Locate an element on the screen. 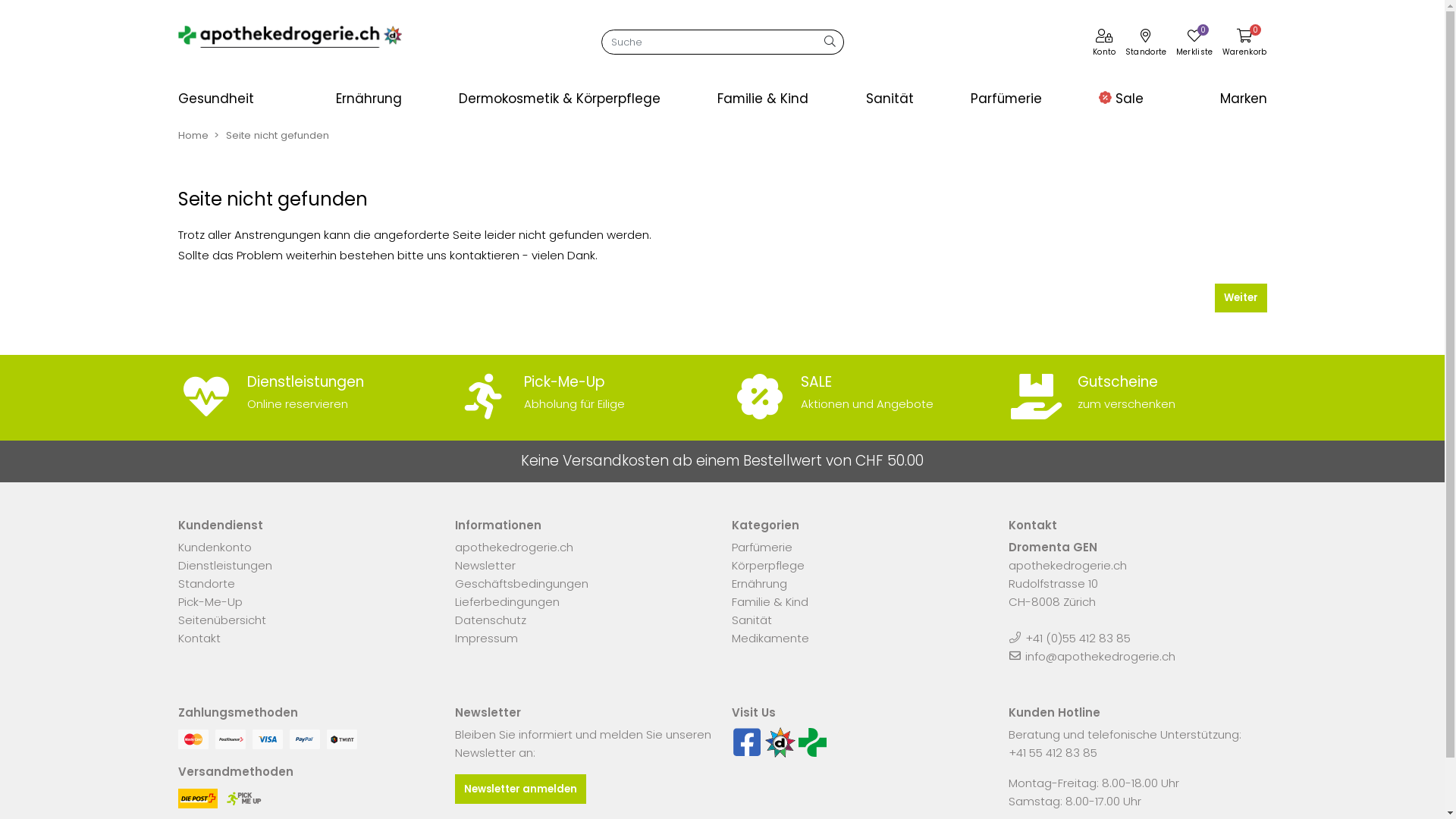  'Lieferbedingungen' is located at coordinates (454, 601).